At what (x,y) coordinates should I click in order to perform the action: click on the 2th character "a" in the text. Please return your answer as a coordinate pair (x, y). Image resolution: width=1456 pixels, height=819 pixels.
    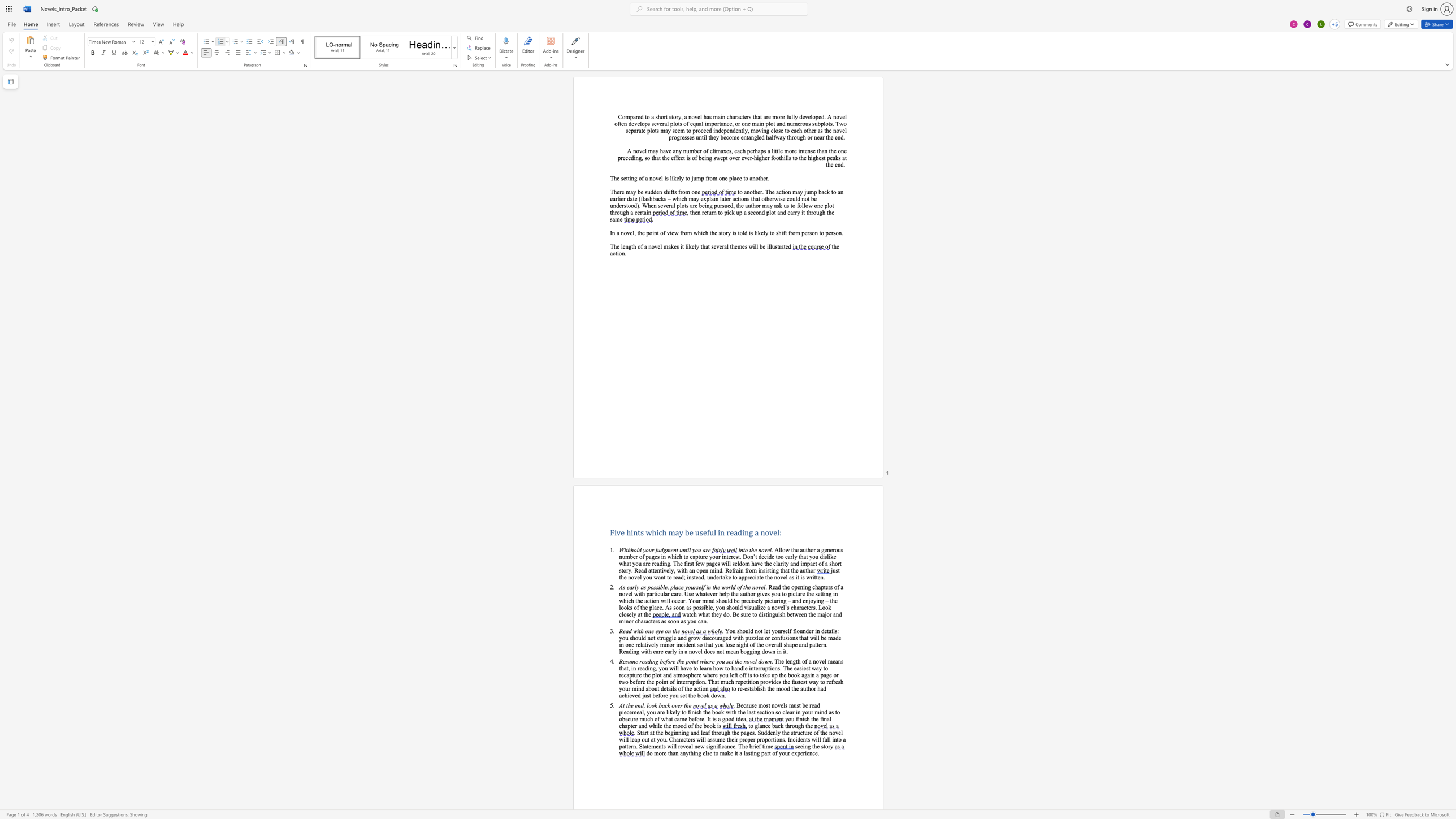
    Looking at the image, I should click on (641, 587).